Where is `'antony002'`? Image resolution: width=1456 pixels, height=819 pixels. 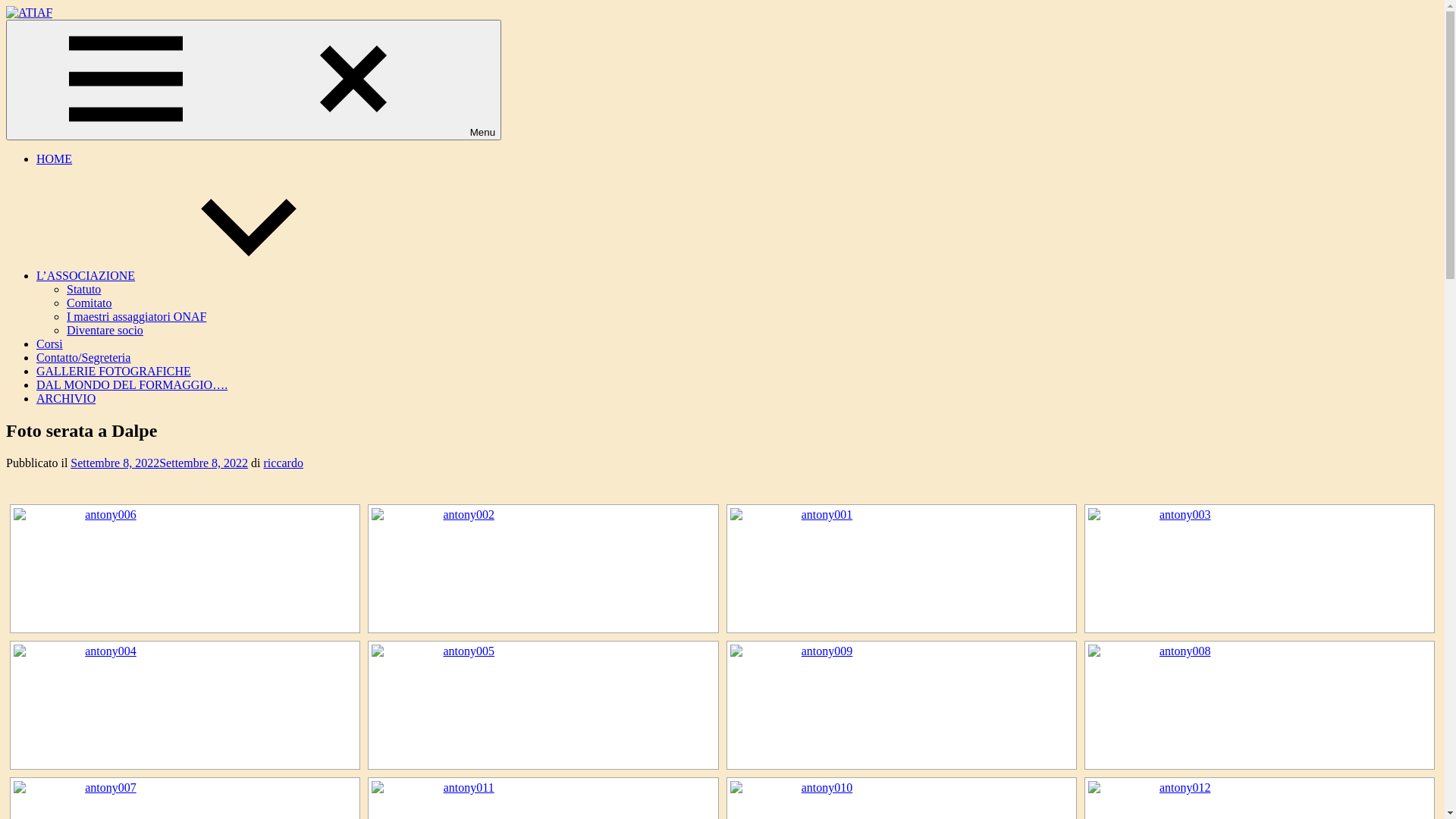 'antony002' is located at coordinates (461, 568).